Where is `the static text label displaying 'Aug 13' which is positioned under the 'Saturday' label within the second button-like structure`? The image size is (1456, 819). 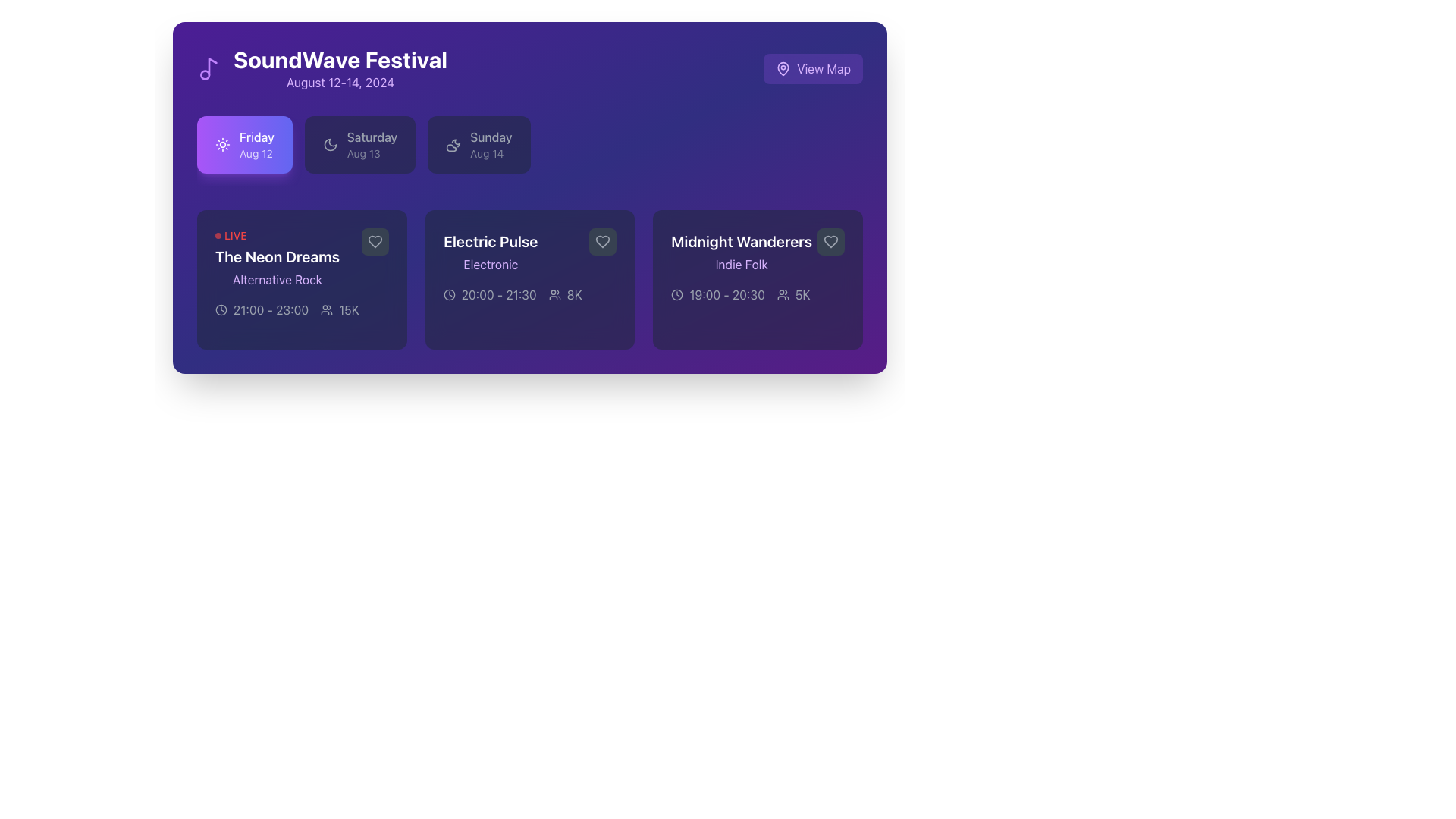 the static text label displaying 'Aug 13' which is positioned under the 'Saturday' label within the second button-like structure is located at coordinates (372, 154).